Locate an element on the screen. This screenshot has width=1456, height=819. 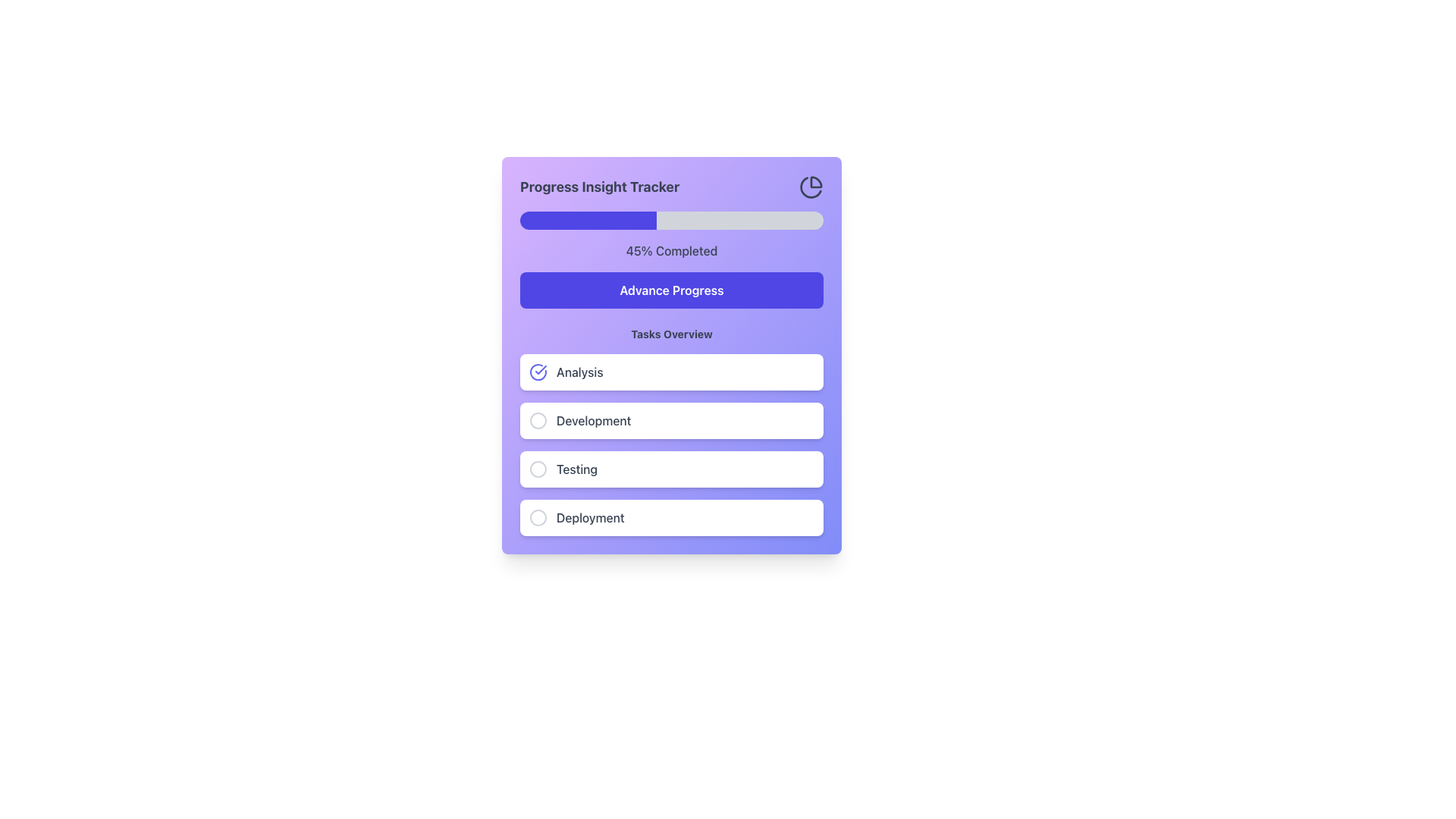
the progress indicator label located directly below the progress bar within the rectangular card component, which provides visual feedback on the current completion percentage is located at coordinates (671, 250).